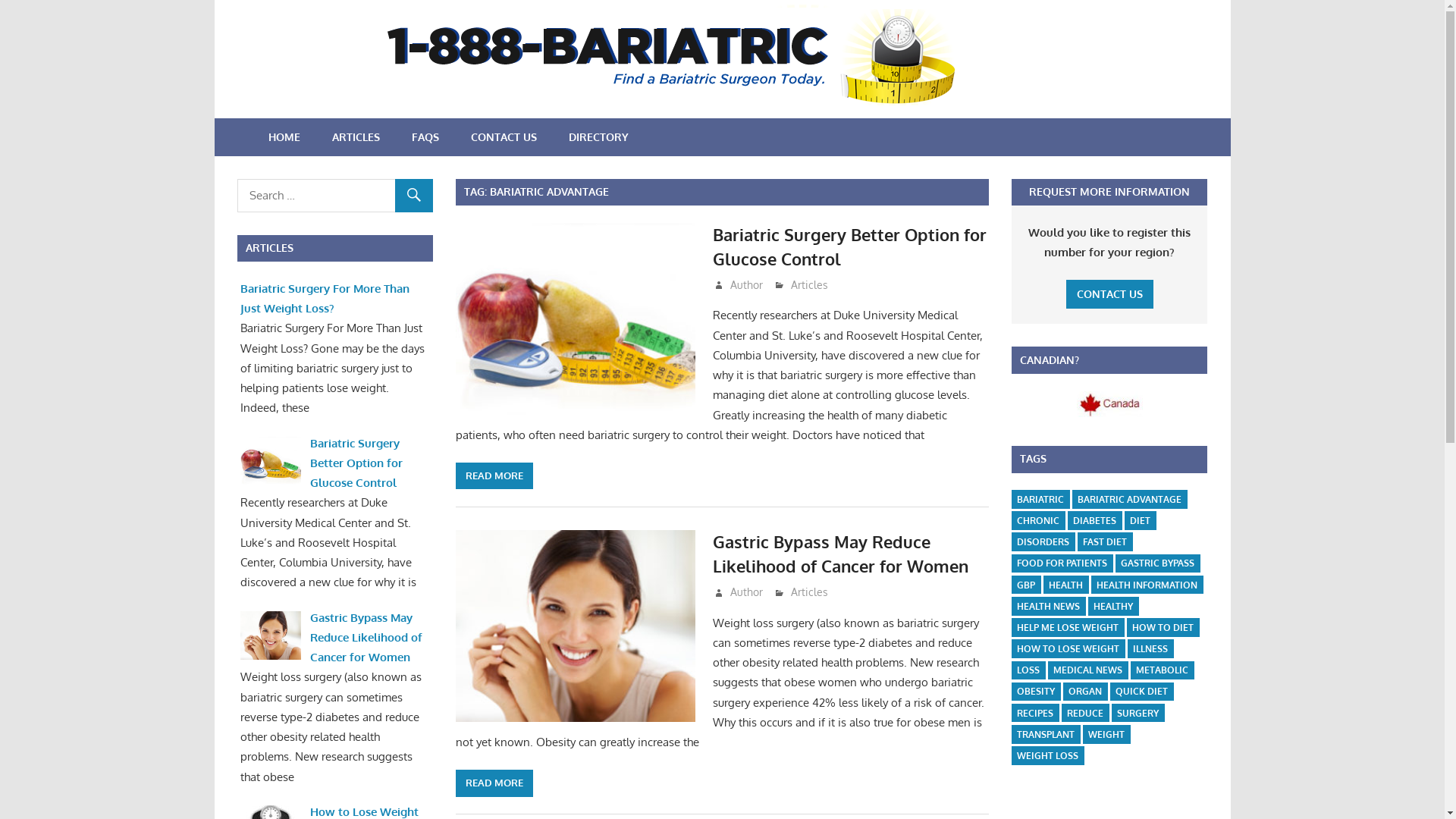 Image resolution: width=1456 pixels, height=819 pixels. I want to click on 'REDUCE', so click(1084, 713).